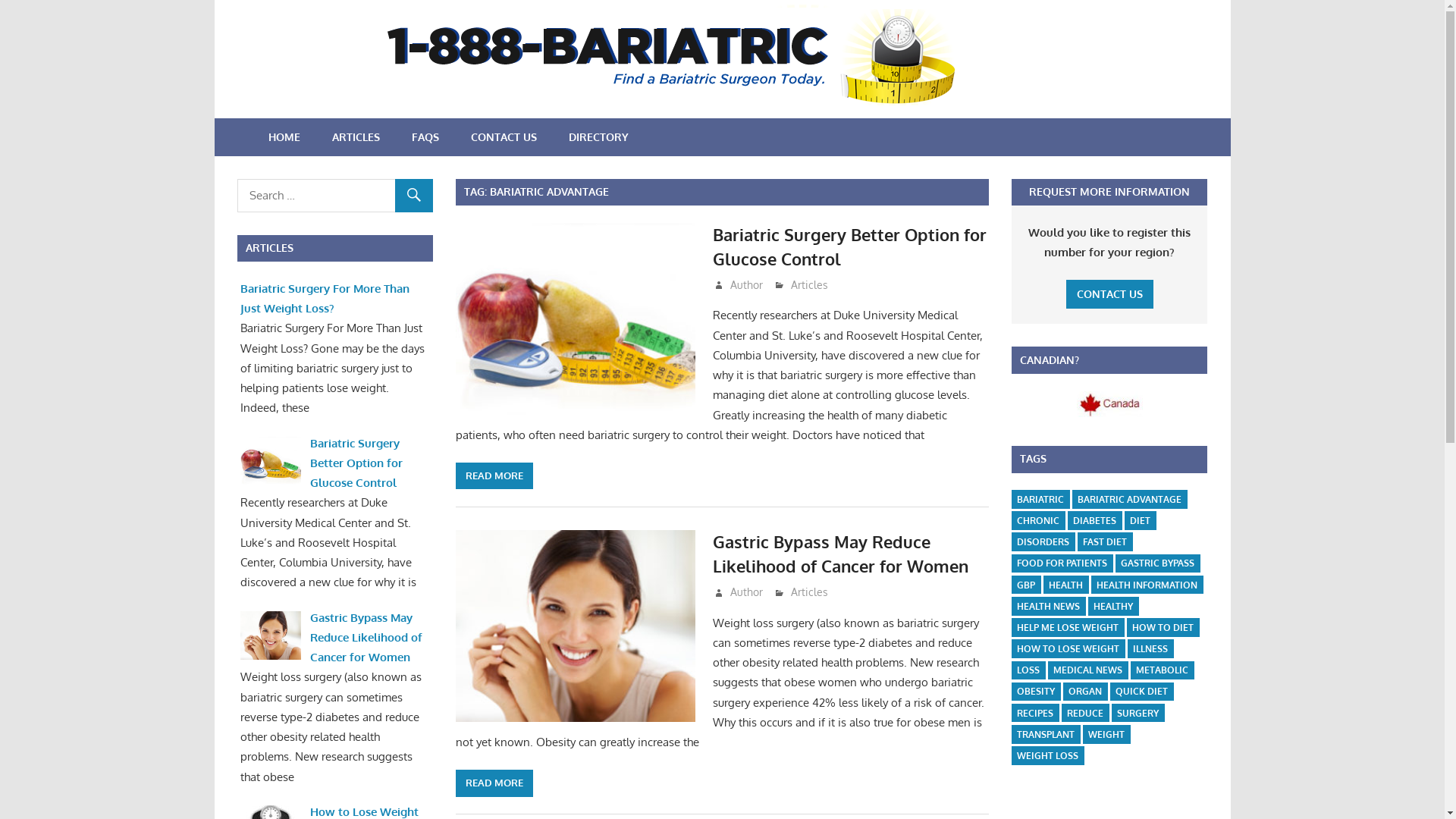 Image resolution: width=1456 pixels, height=819 pixels. I want to click on 'REDUCE', so click(1084, 713).